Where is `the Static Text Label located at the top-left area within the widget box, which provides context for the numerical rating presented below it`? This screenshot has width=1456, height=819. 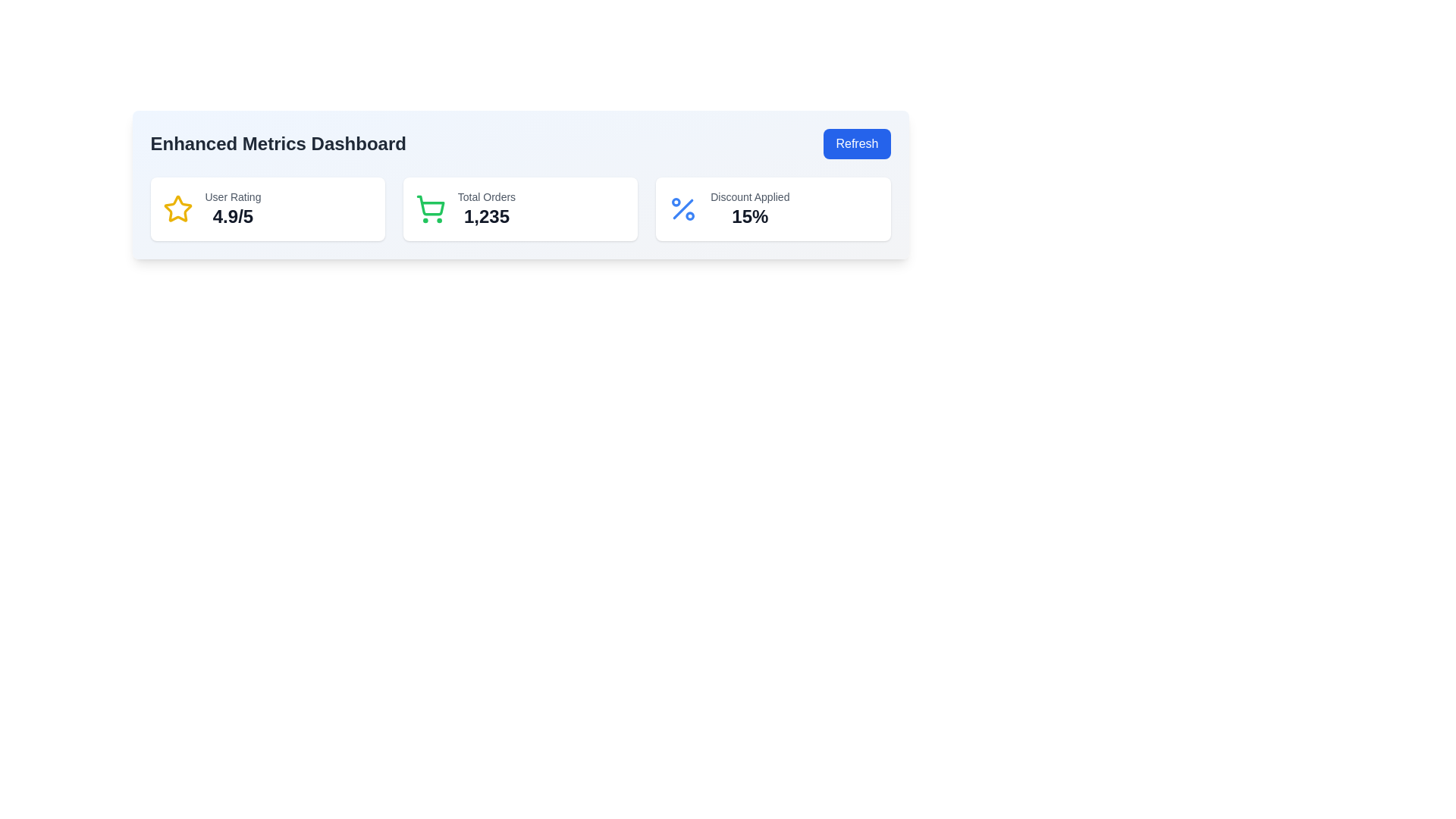 the Static Text Label located at the top-left area within the widget box, which provides context for the numerical rating presented below it is located at coordinates (232, 196).